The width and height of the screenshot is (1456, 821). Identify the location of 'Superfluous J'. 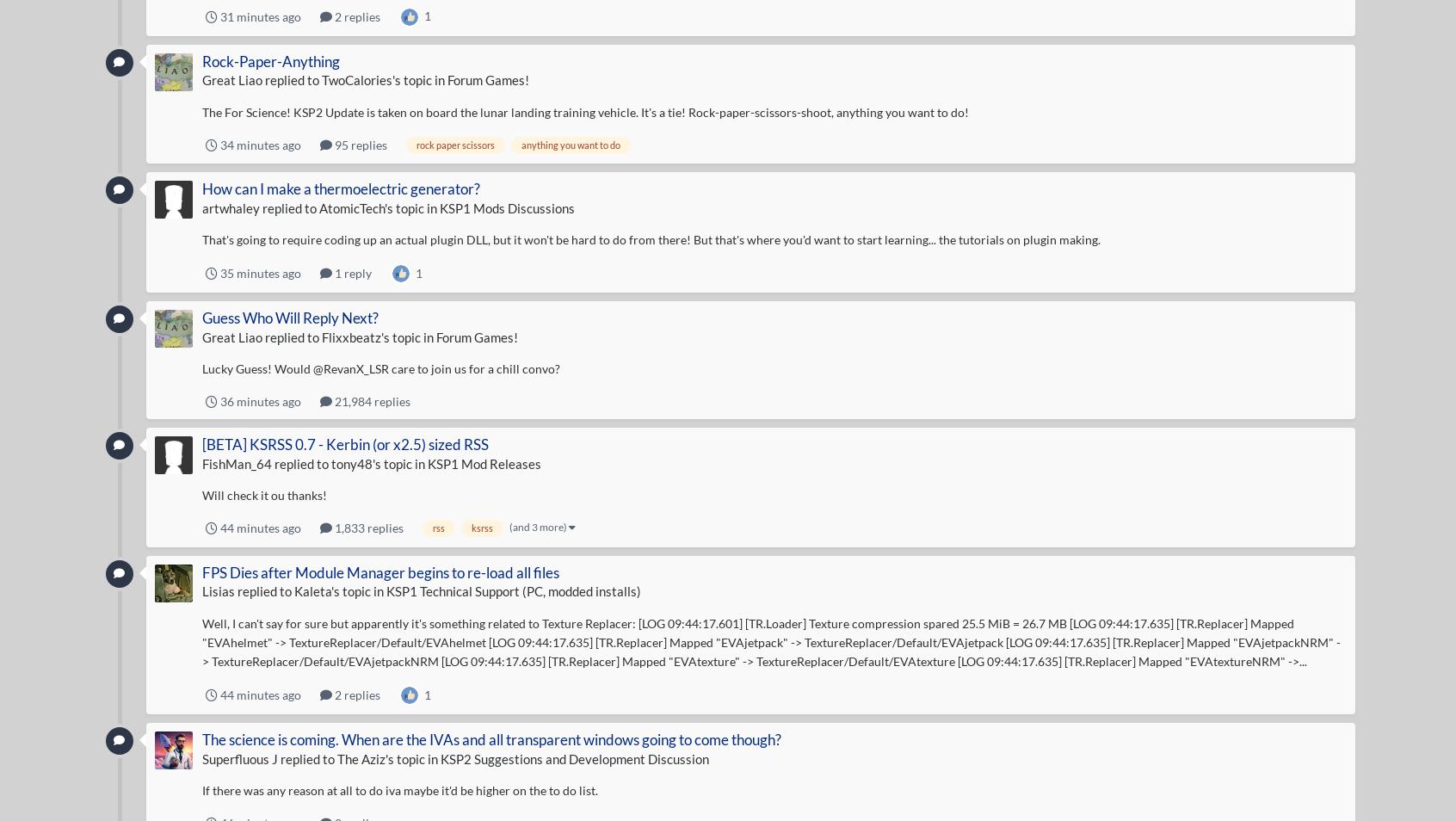
(238, 758).